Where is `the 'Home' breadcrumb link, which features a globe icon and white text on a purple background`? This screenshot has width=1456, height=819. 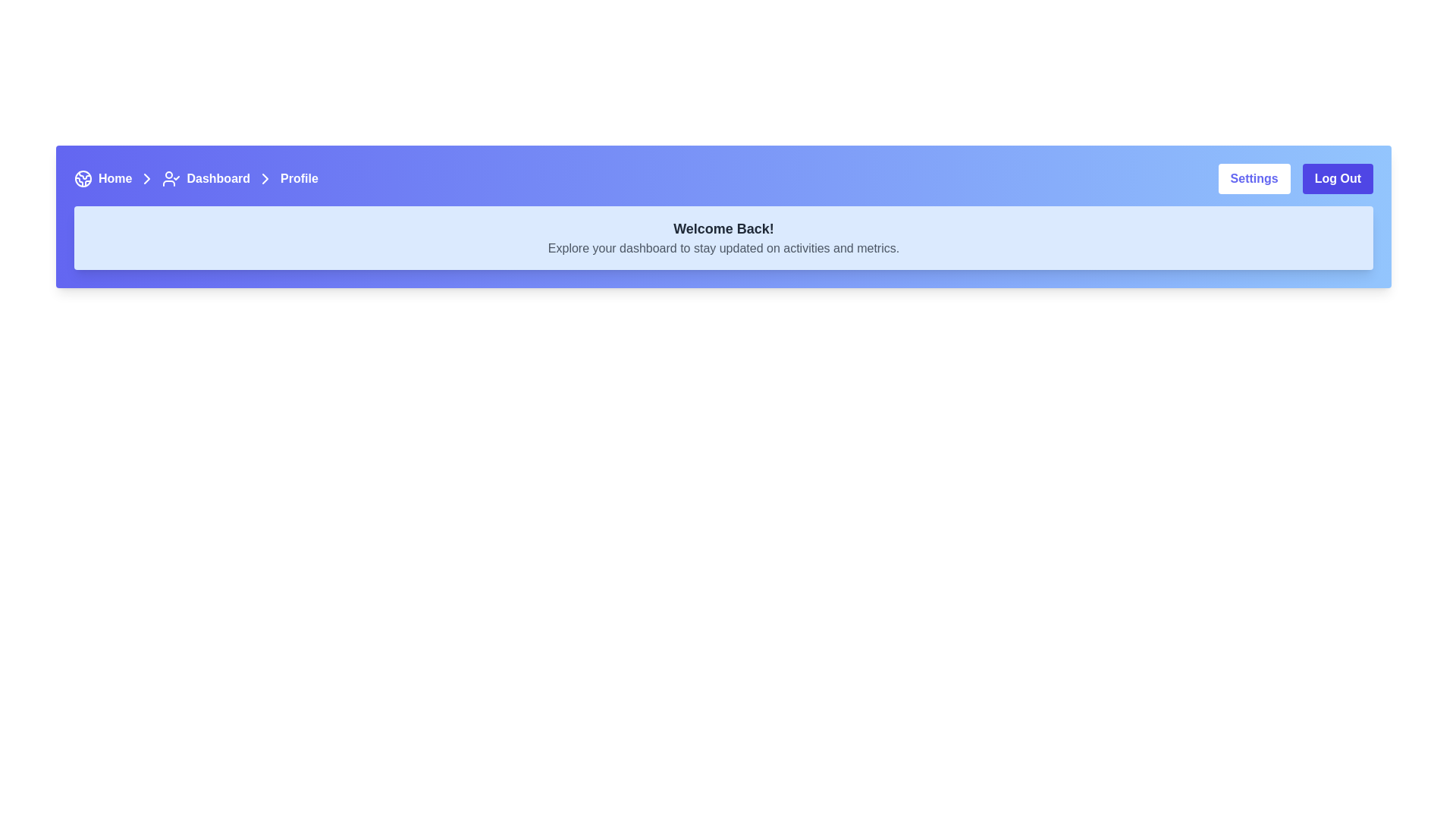 the 'Home' breadcrumb link, which features a globe icon and white text on a purple background is located at coordinates (118, 177).